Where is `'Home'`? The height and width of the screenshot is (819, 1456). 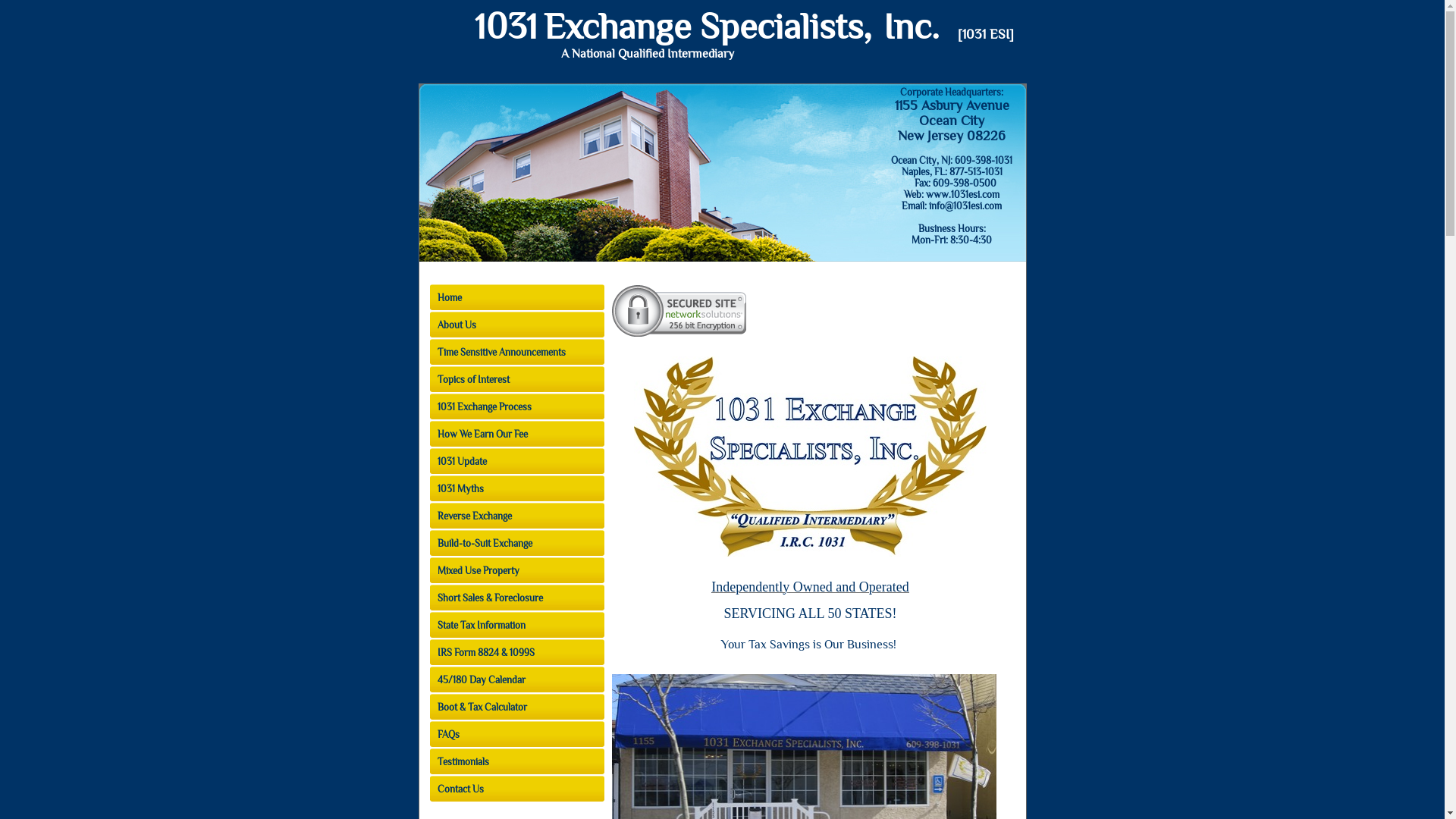
'Home' is located at coordinates (516, 297).